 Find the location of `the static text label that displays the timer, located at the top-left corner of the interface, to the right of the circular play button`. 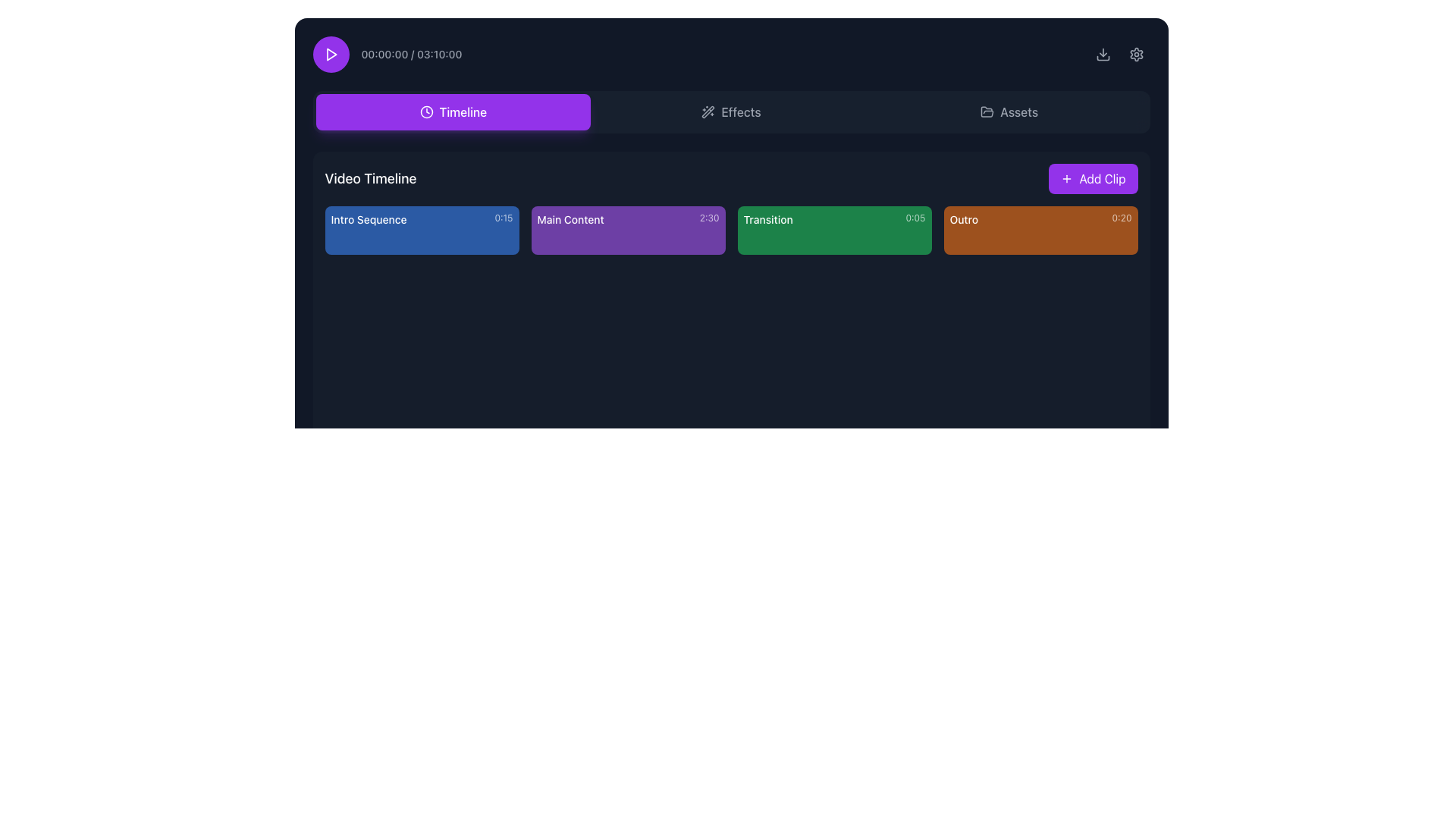

the static text label that displays the timer, located at the top-left corner of the interface, to the right of the circular play button is located at coordinates (411, 54).